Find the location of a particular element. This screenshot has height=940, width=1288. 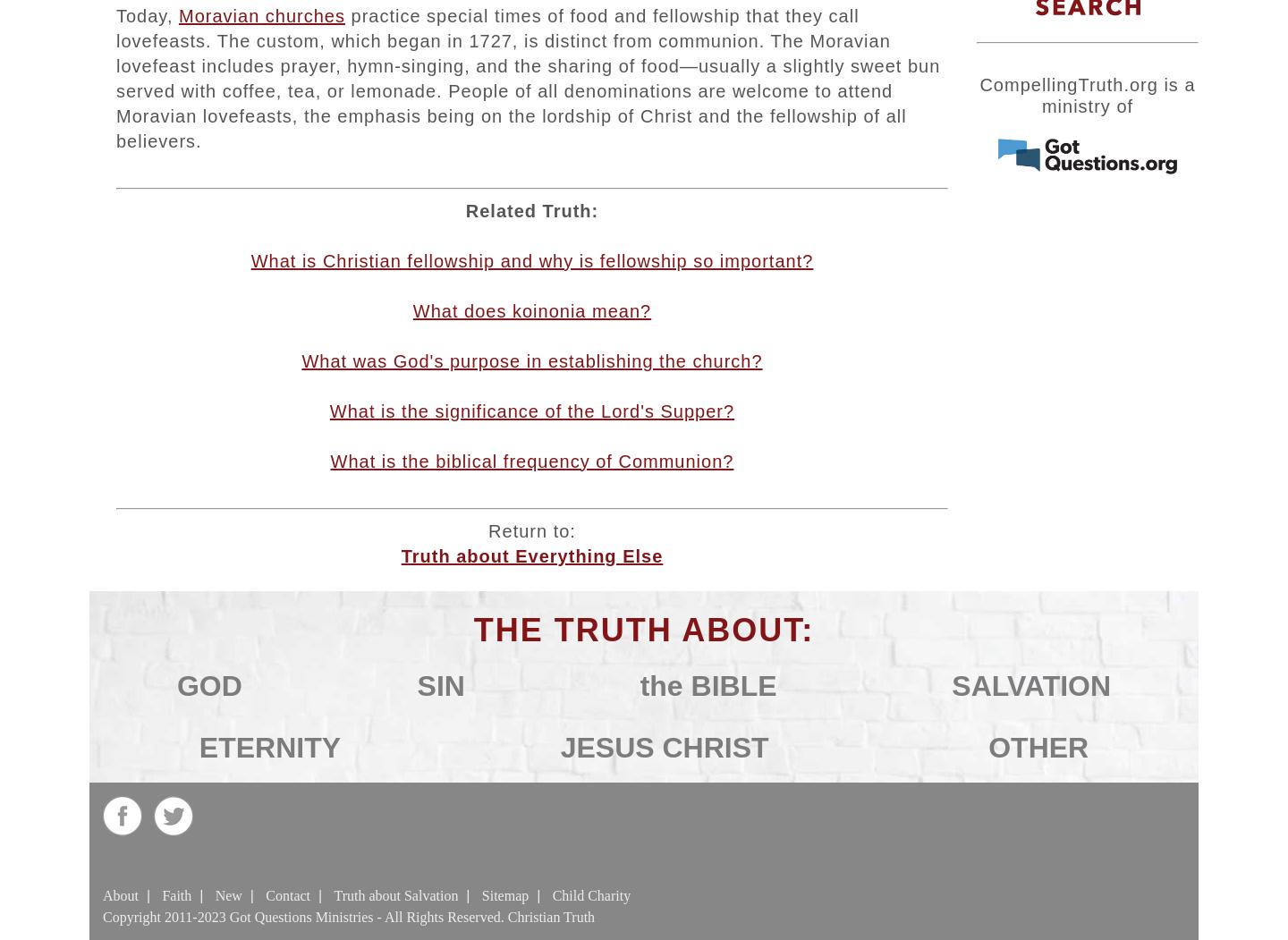

'Return to:' is located at coordinates (531, 529).